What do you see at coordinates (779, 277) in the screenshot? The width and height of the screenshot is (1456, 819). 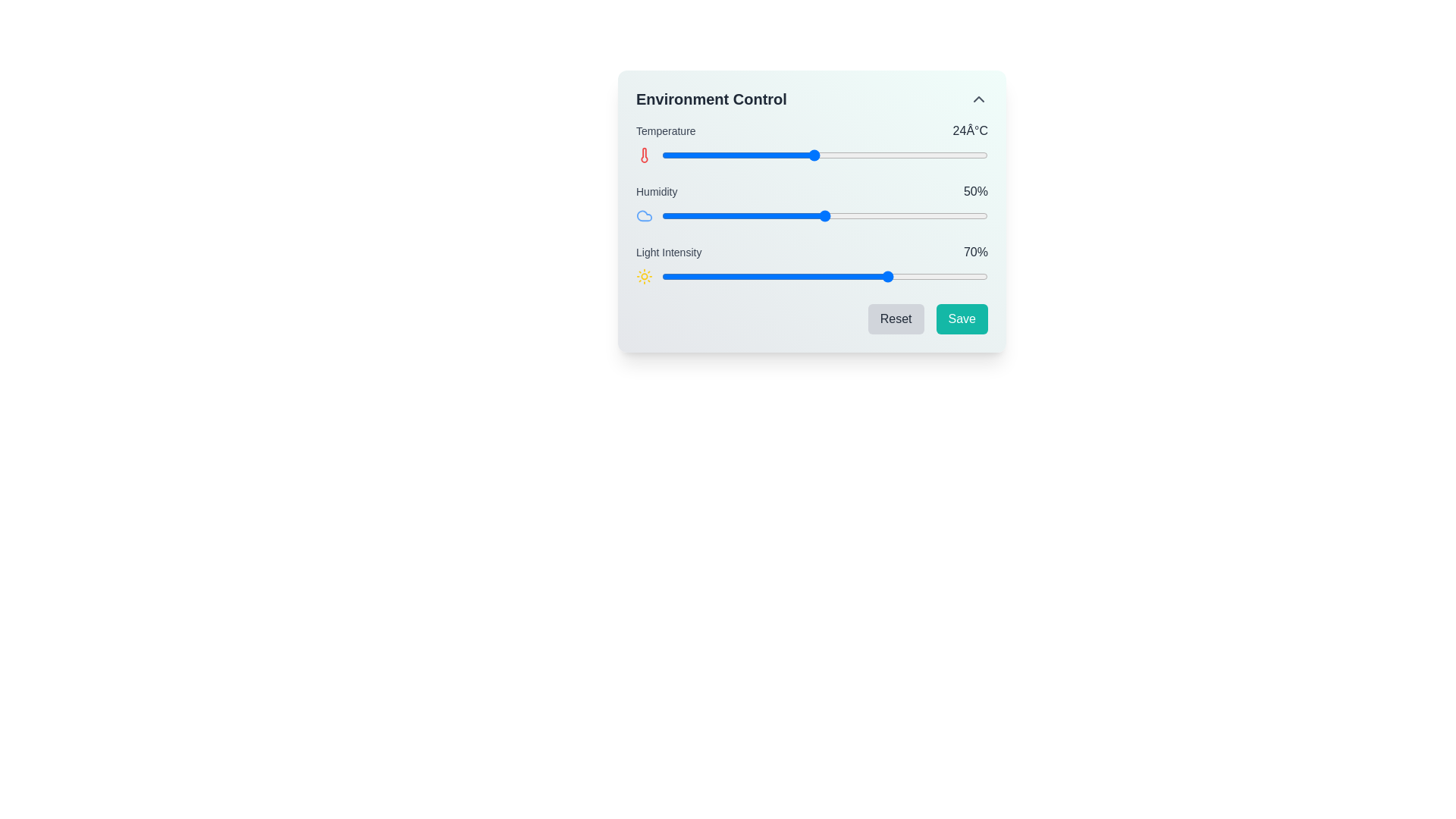 I see `light intensity` at bounding box center [779, 277].